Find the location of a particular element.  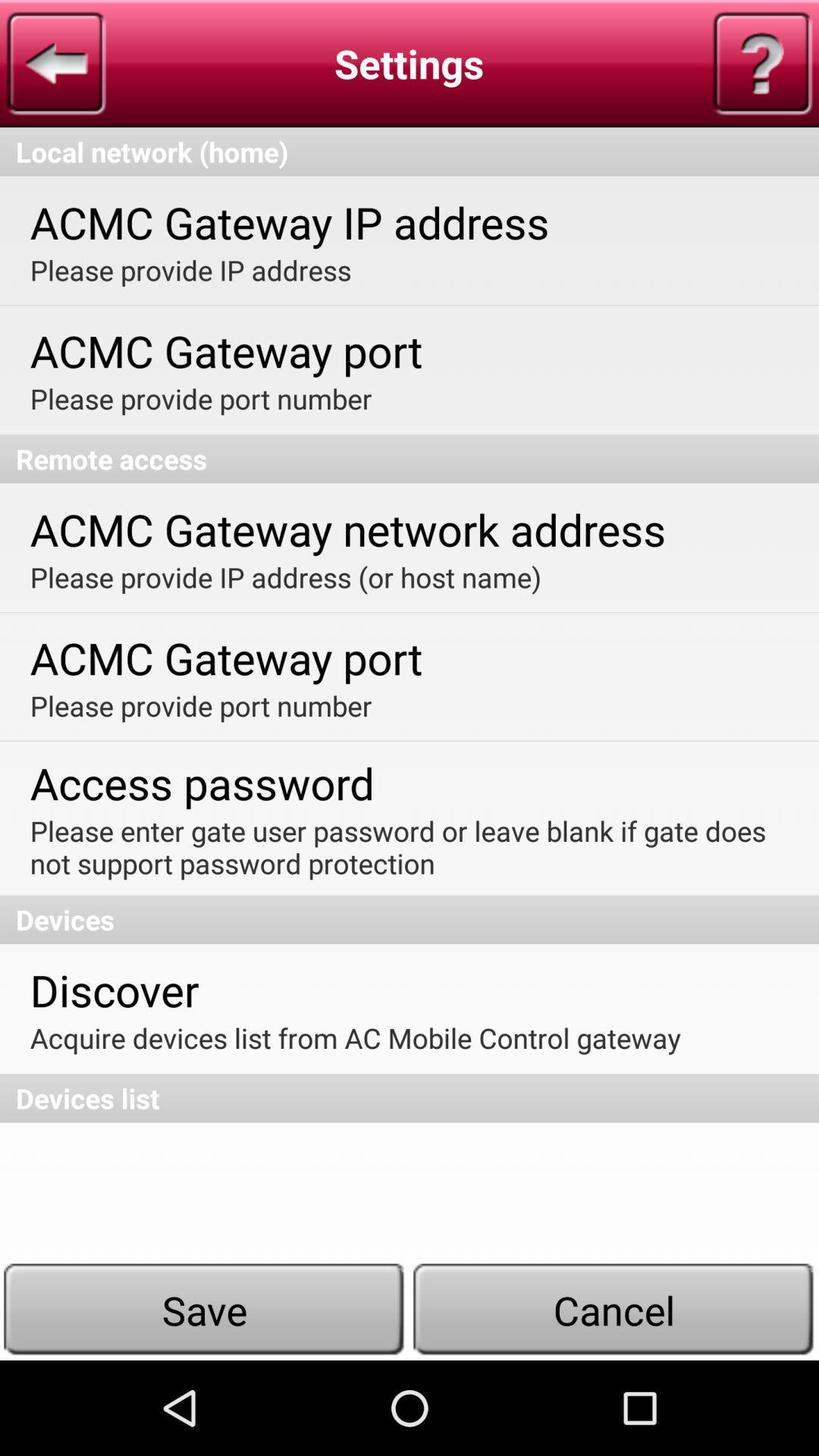

the please enter gate icon is located at coordinates (407, 846).